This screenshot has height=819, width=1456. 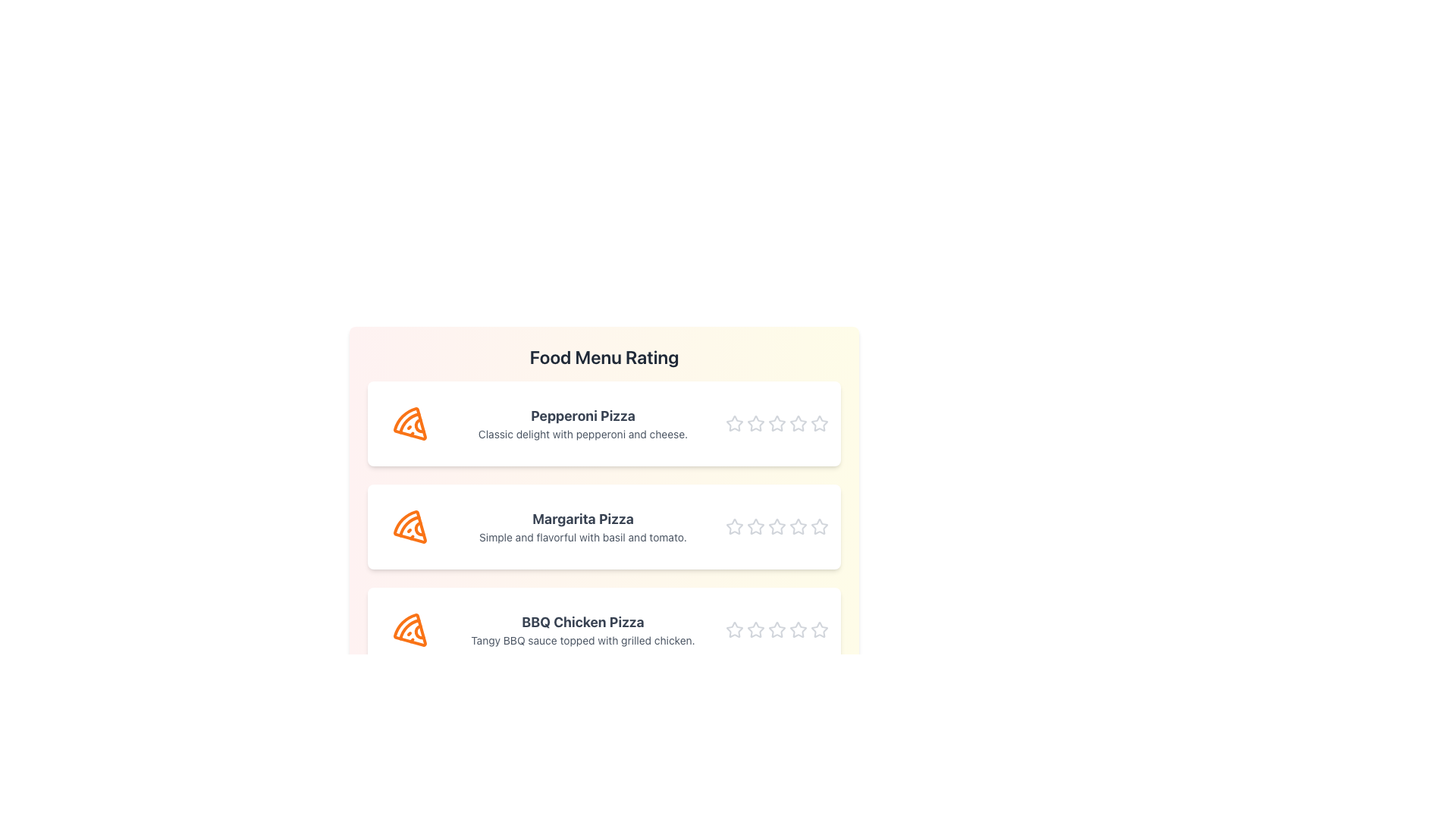 I want to click on the graphical icon representing the 'Pepperoni Pizza' menu item located in the top-left section of the first menu card, so click(x=410, y=424).